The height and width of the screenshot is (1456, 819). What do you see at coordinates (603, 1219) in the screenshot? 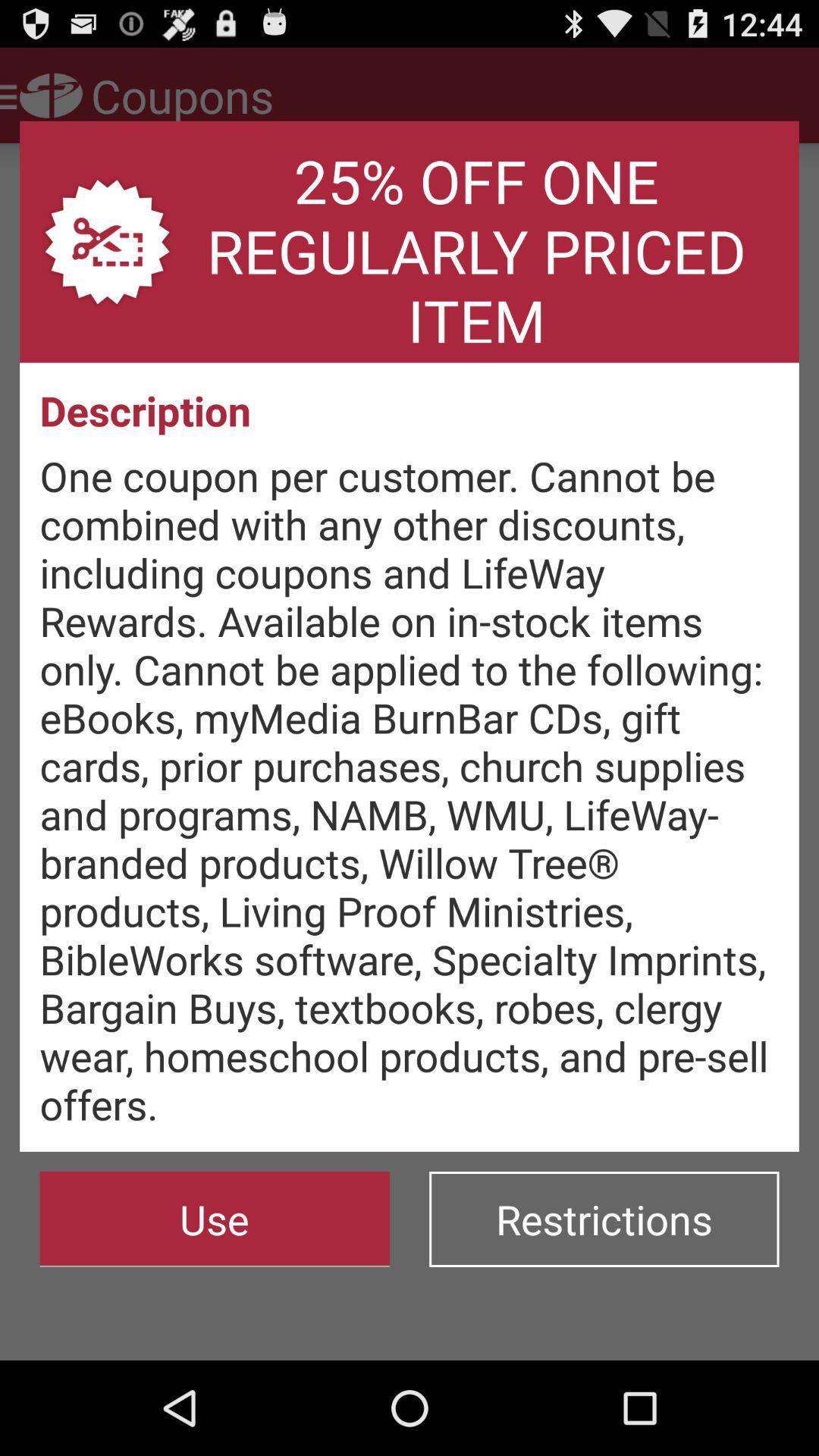
I see `the item next to the use` at bounding box center [603, 1219].